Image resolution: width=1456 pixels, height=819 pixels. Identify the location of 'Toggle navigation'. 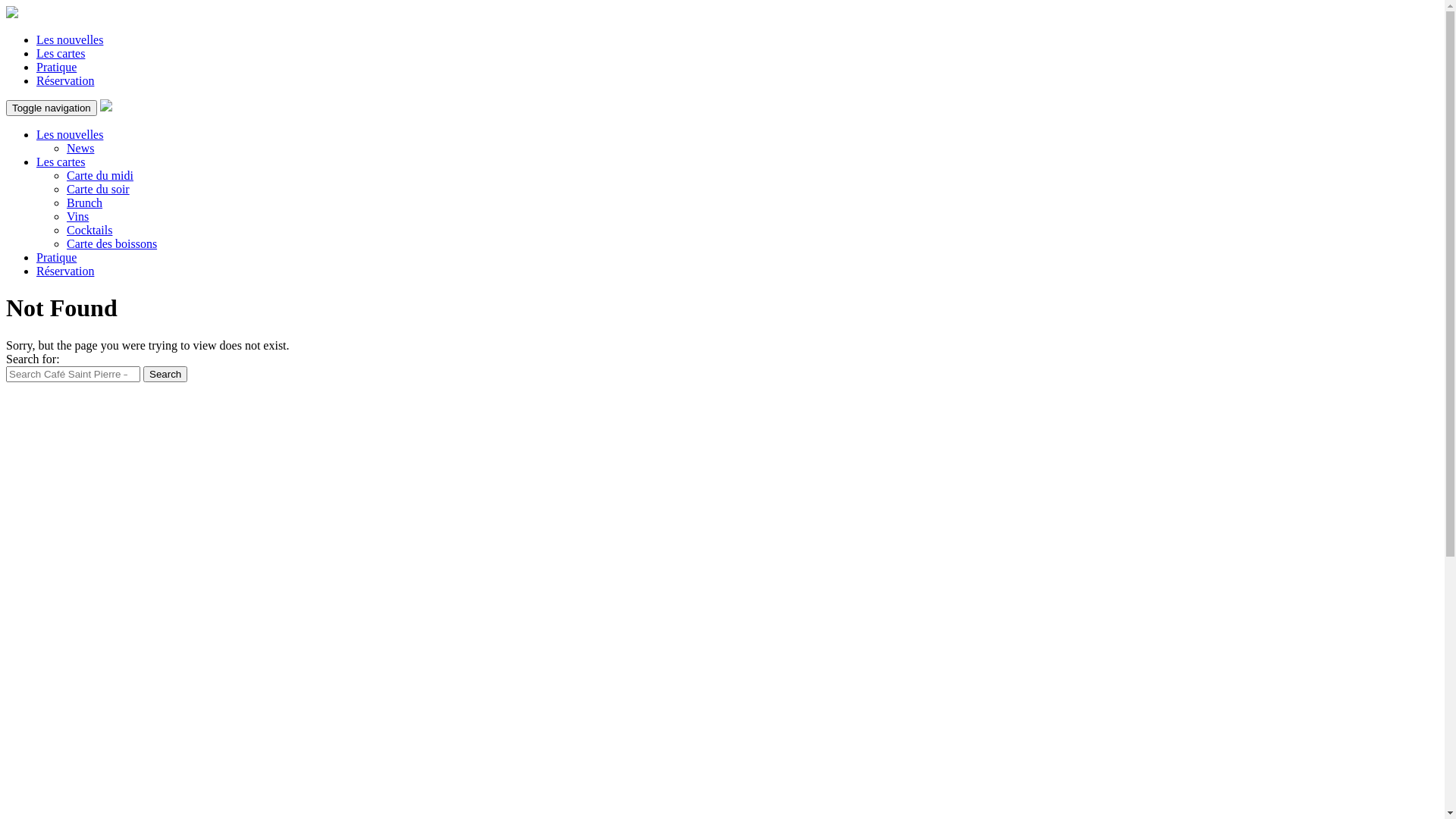
(6, 107).